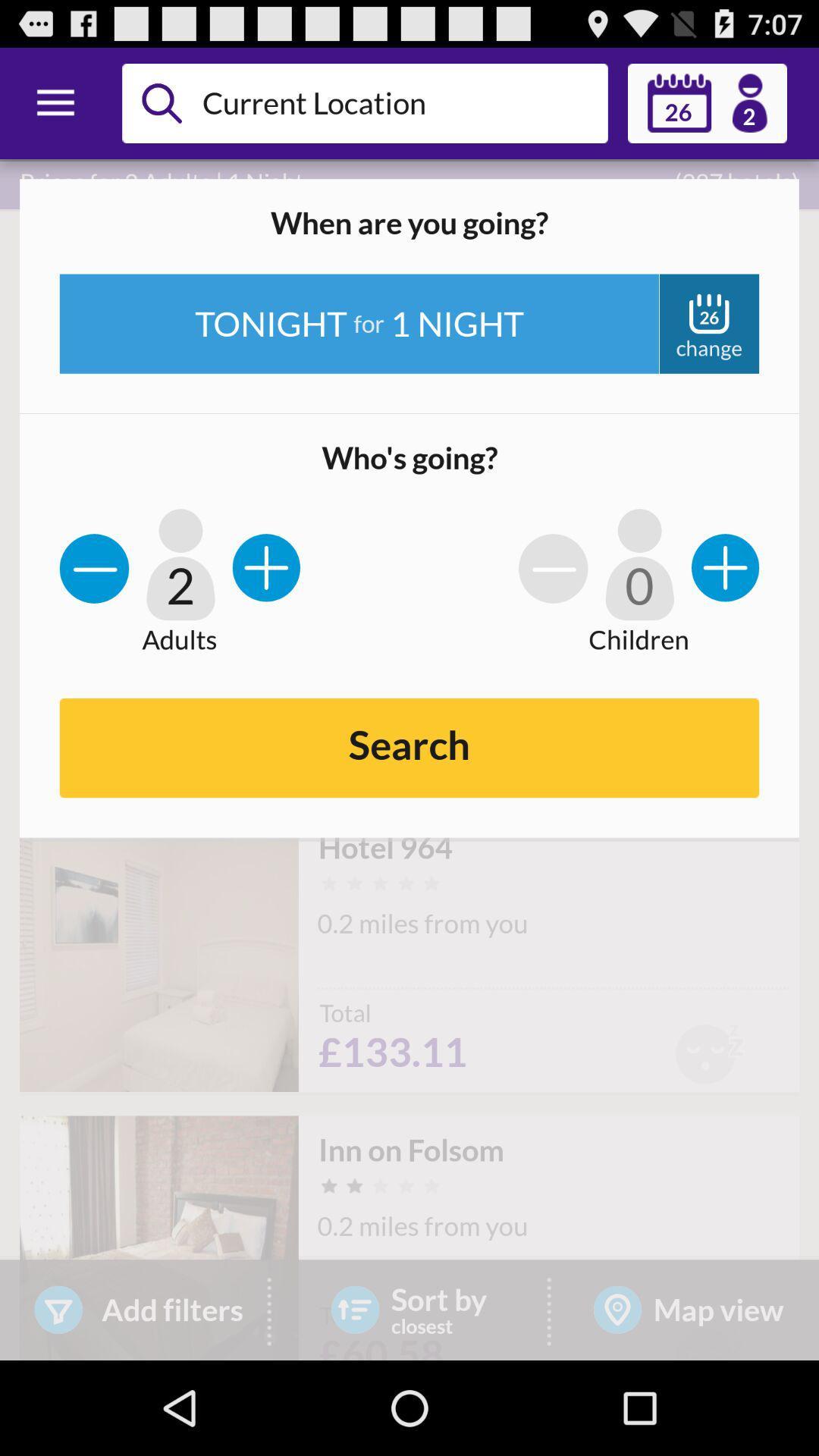 The height and width of the screenshot is (1456, 819). What do you see at coordinates (265, 592) in the screenshot?
I see `the add icon` at bounding box center [265, 592].